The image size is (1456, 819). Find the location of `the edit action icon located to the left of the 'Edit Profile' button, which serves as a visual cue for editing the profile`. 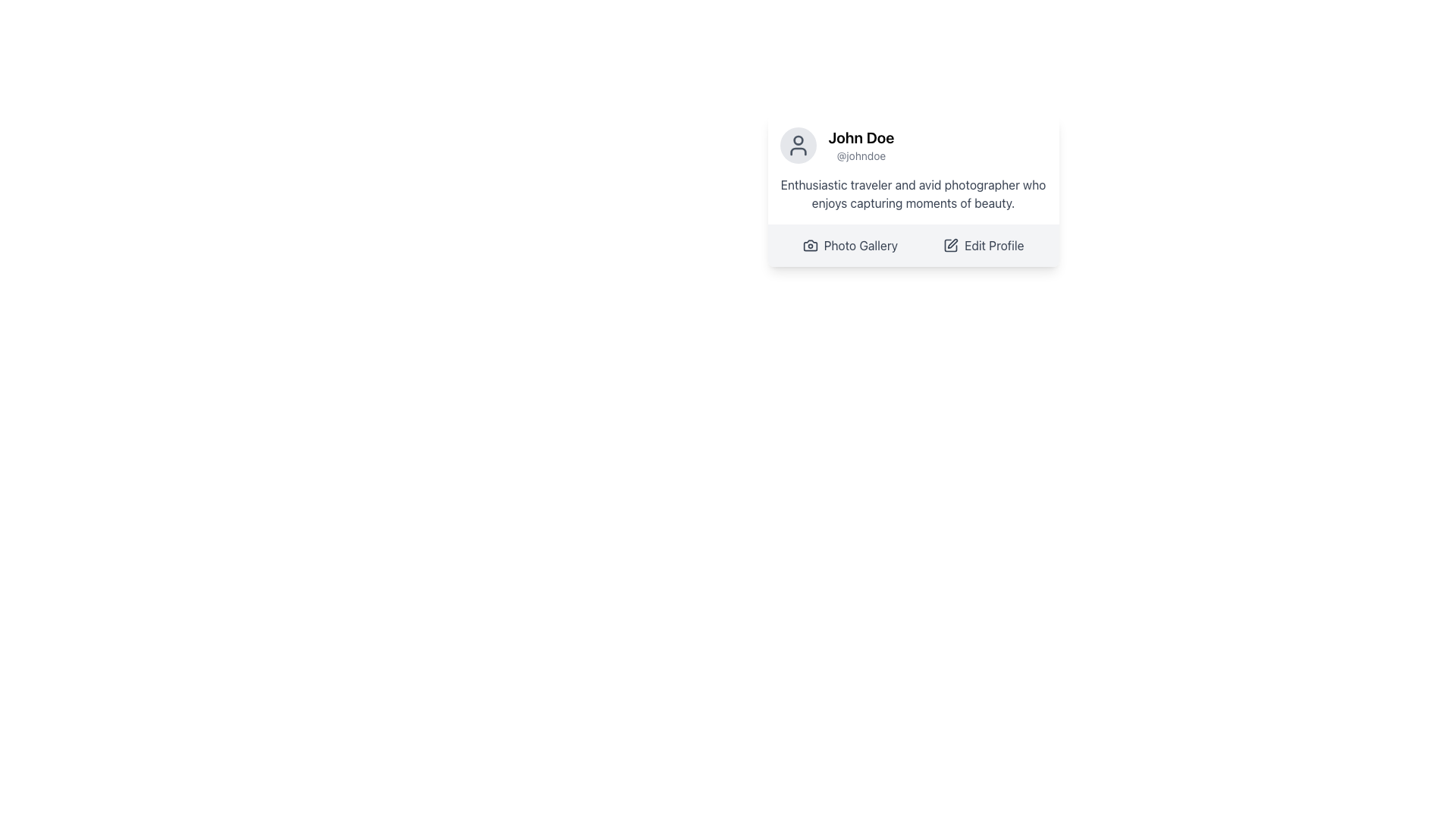

the edit action icon located to the left of the 'Edit Profile' button, which serves as a visual cue for editing the profile is located at coordinates (950, 245).